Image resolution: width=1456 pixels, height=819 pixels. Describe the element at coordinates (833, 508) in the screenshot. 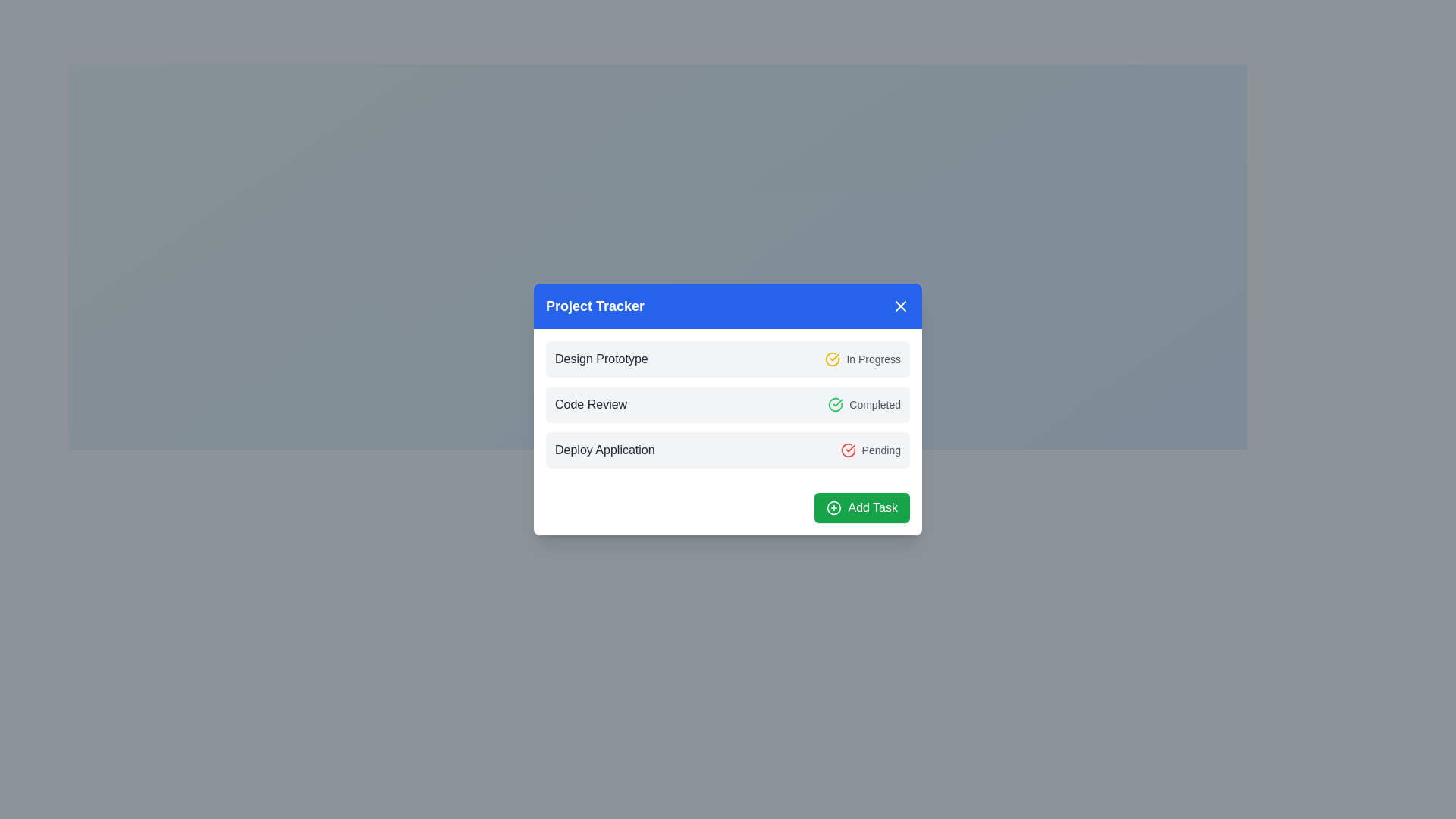

I see `the purpose of the addition icon located to the left of the text` at that location.